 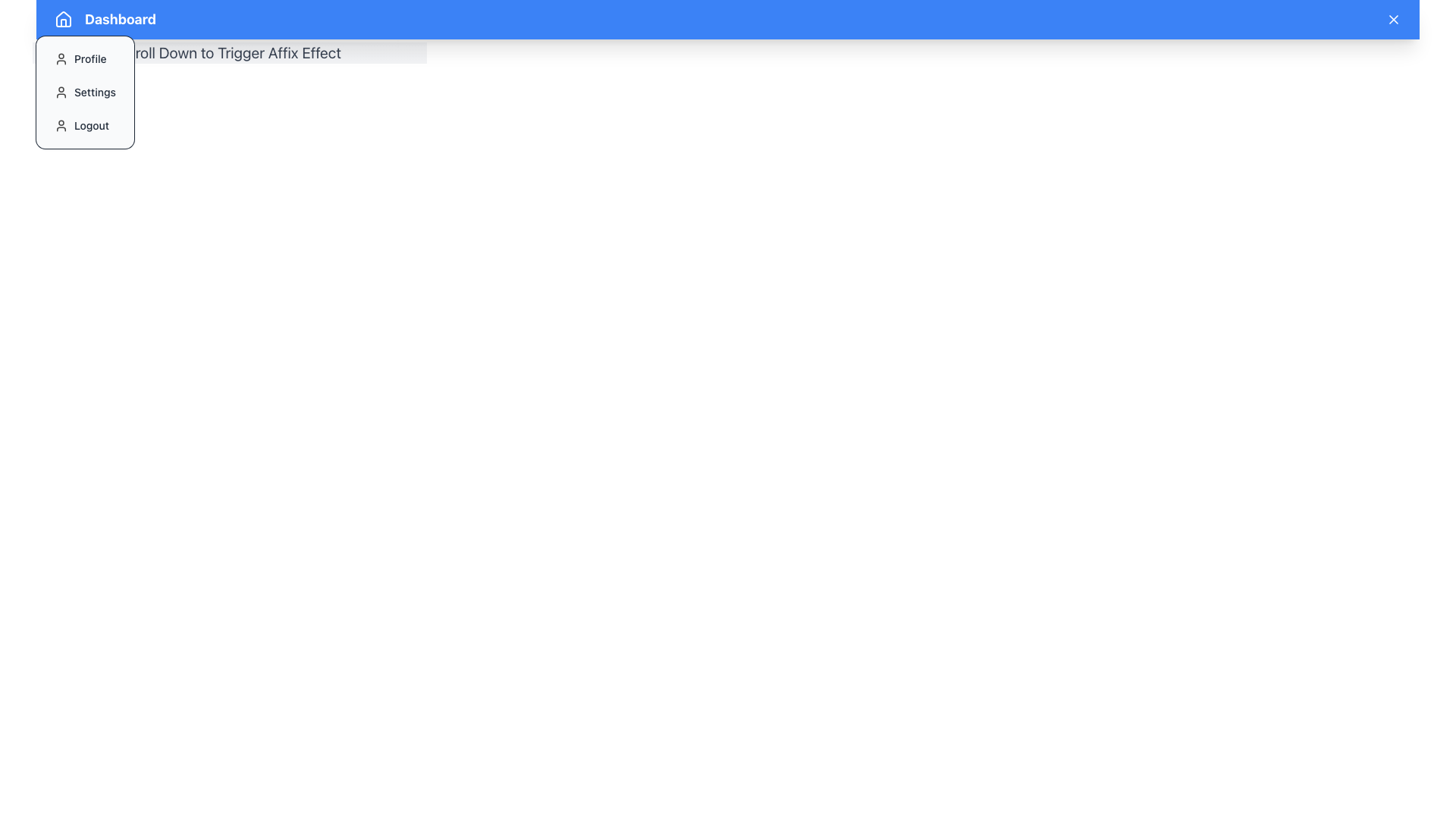 I want to click on the second menu item in the vertical navigation menu, so click(x=84, y=93).